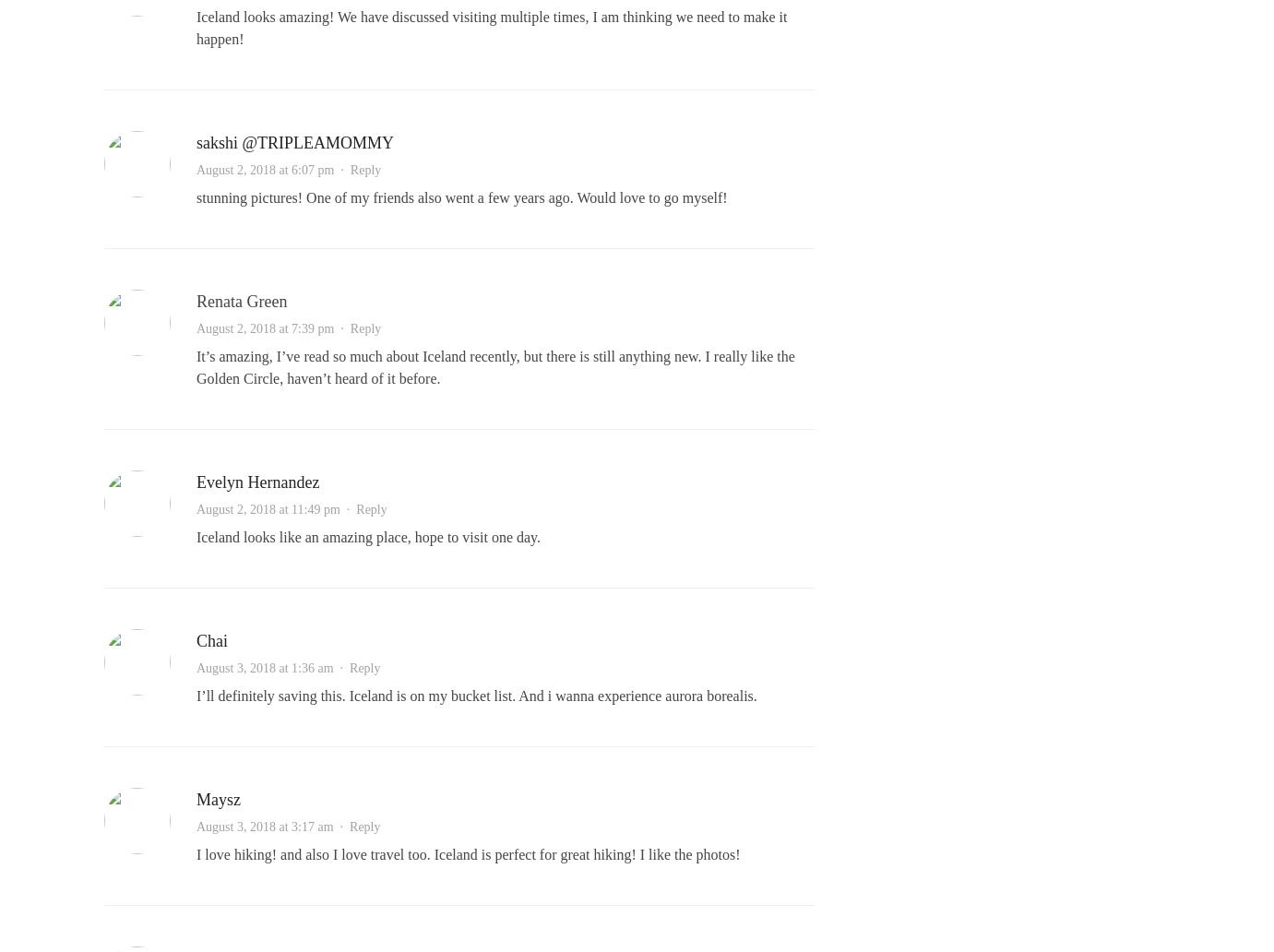  What do you see at coordinates (265, 328) in the screenshot?
I see `'August 2, 2018 at 7:39 pm'` at bounding box center [265, 328].